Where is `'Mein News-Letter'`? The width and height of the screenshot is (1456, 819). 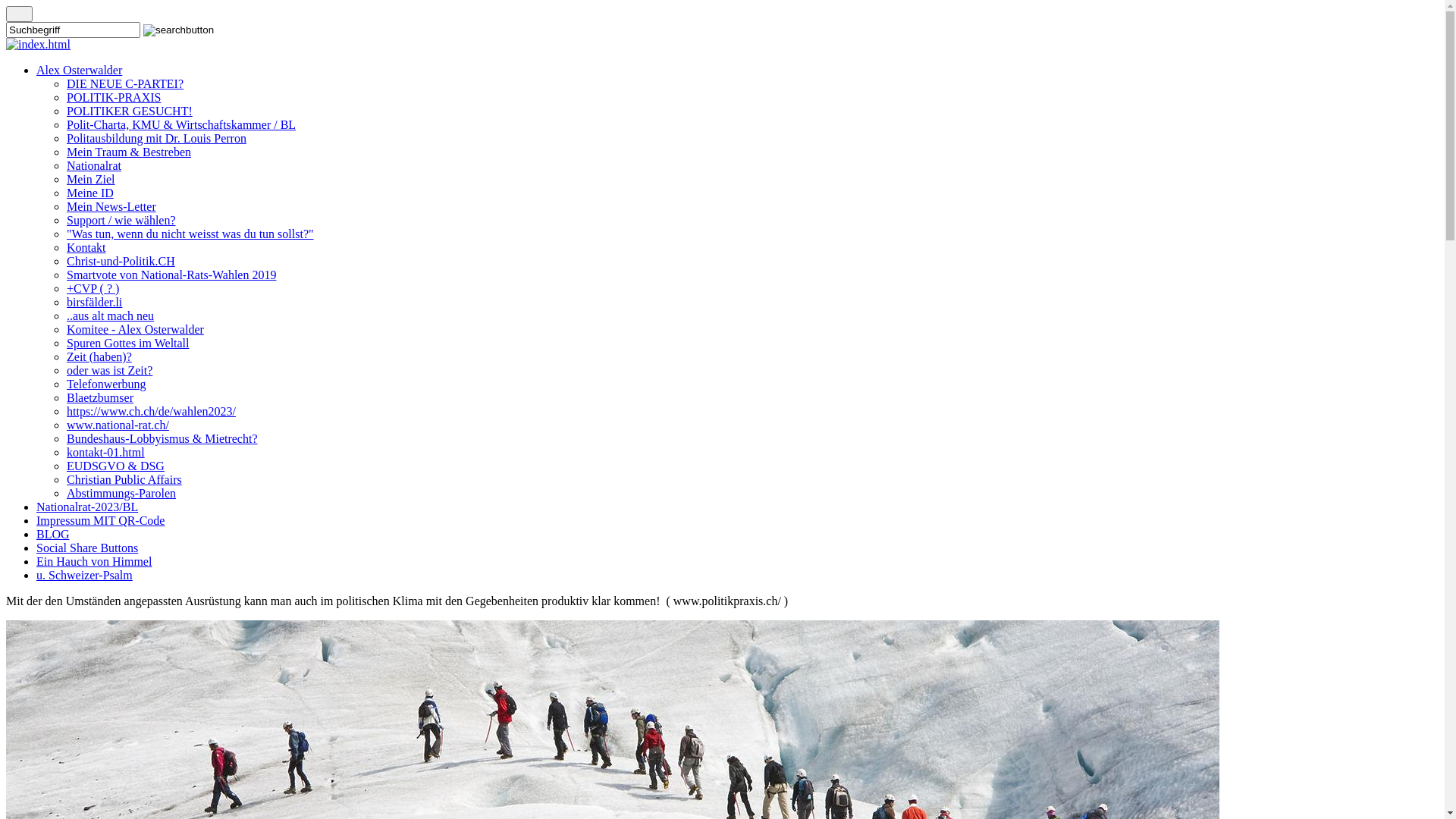
'Mein News-Letter' is located at coordinates (111, 206).